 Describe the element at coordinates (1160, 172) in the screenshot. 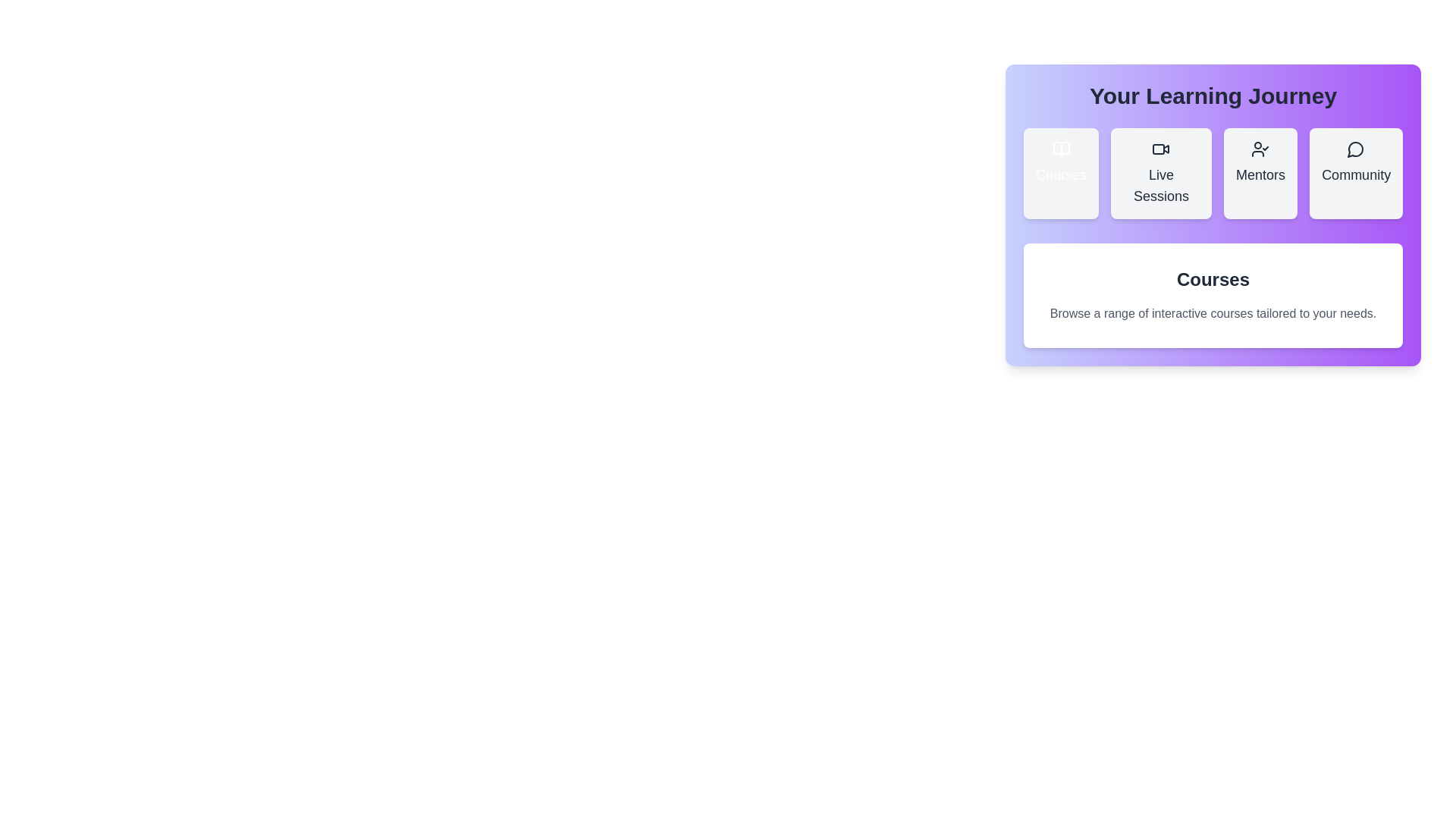

I see `the tab with title Live Sessions to inspect its icon and title` at that location.